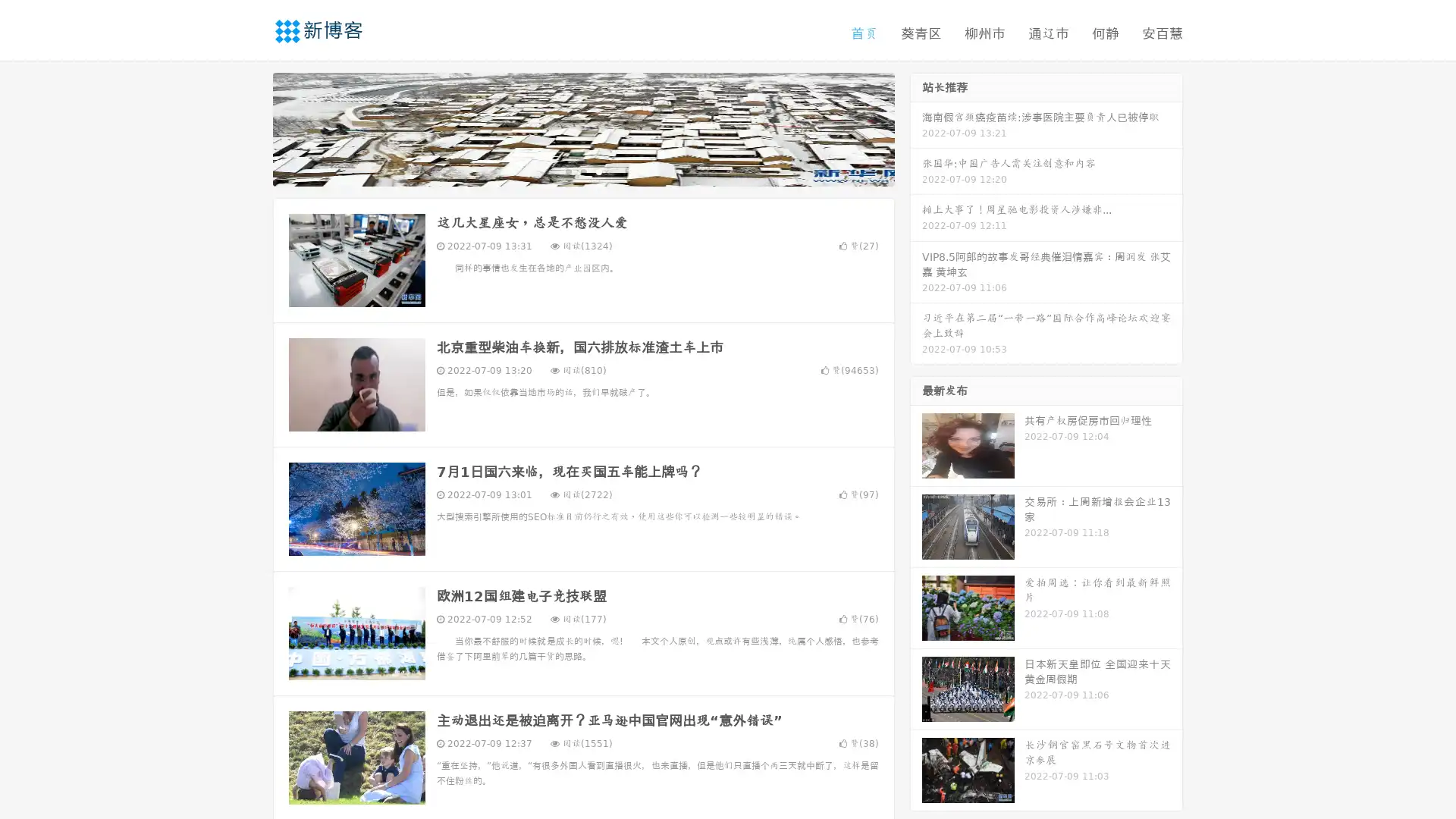  What do you see at coordinates (582, 171) in the screenshot?
I see `Go to slide 2` at bounding box center [582, 171].